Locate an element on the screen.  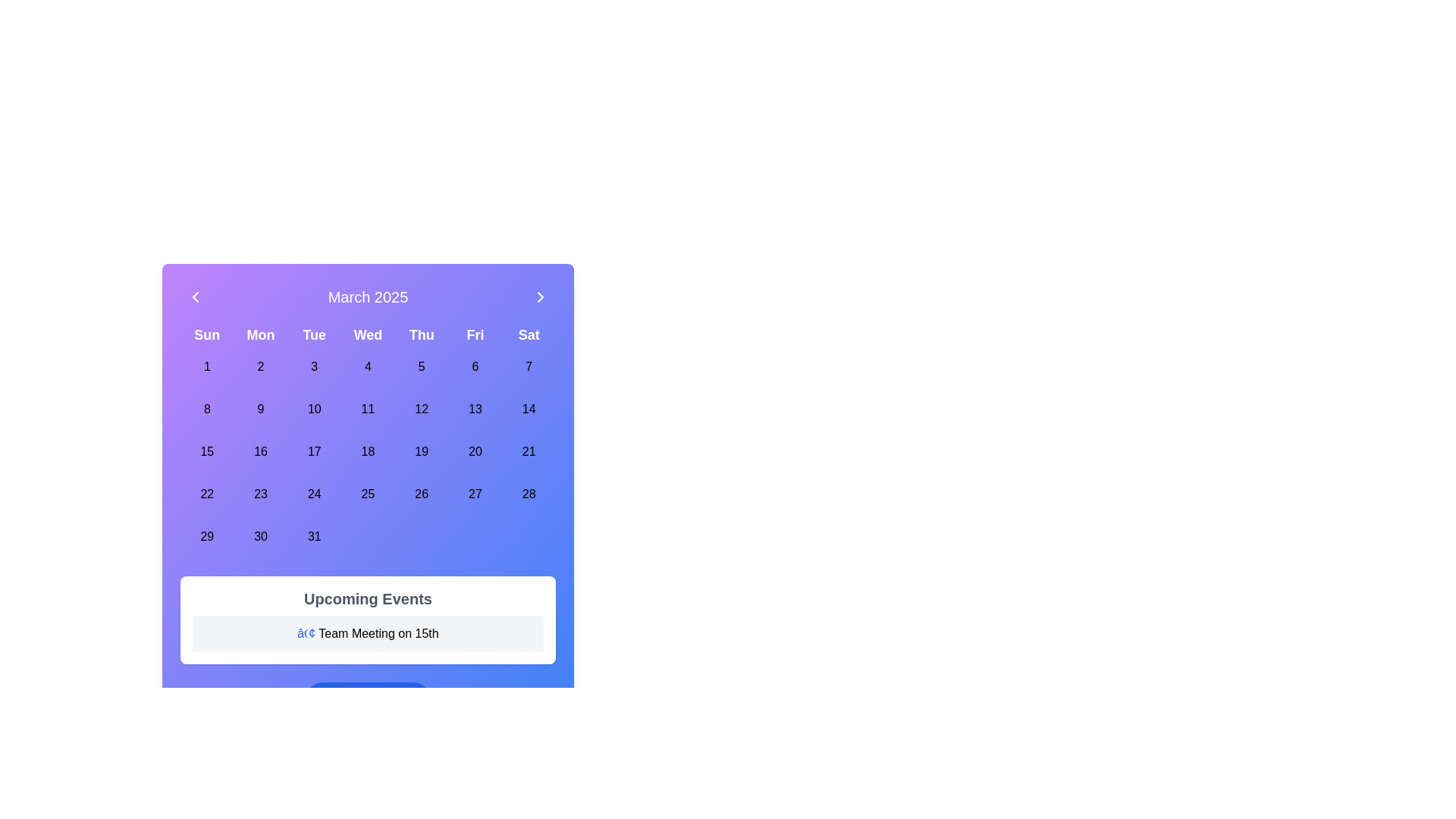
the circular button labeled '12' is located at coordinates (422, 409).